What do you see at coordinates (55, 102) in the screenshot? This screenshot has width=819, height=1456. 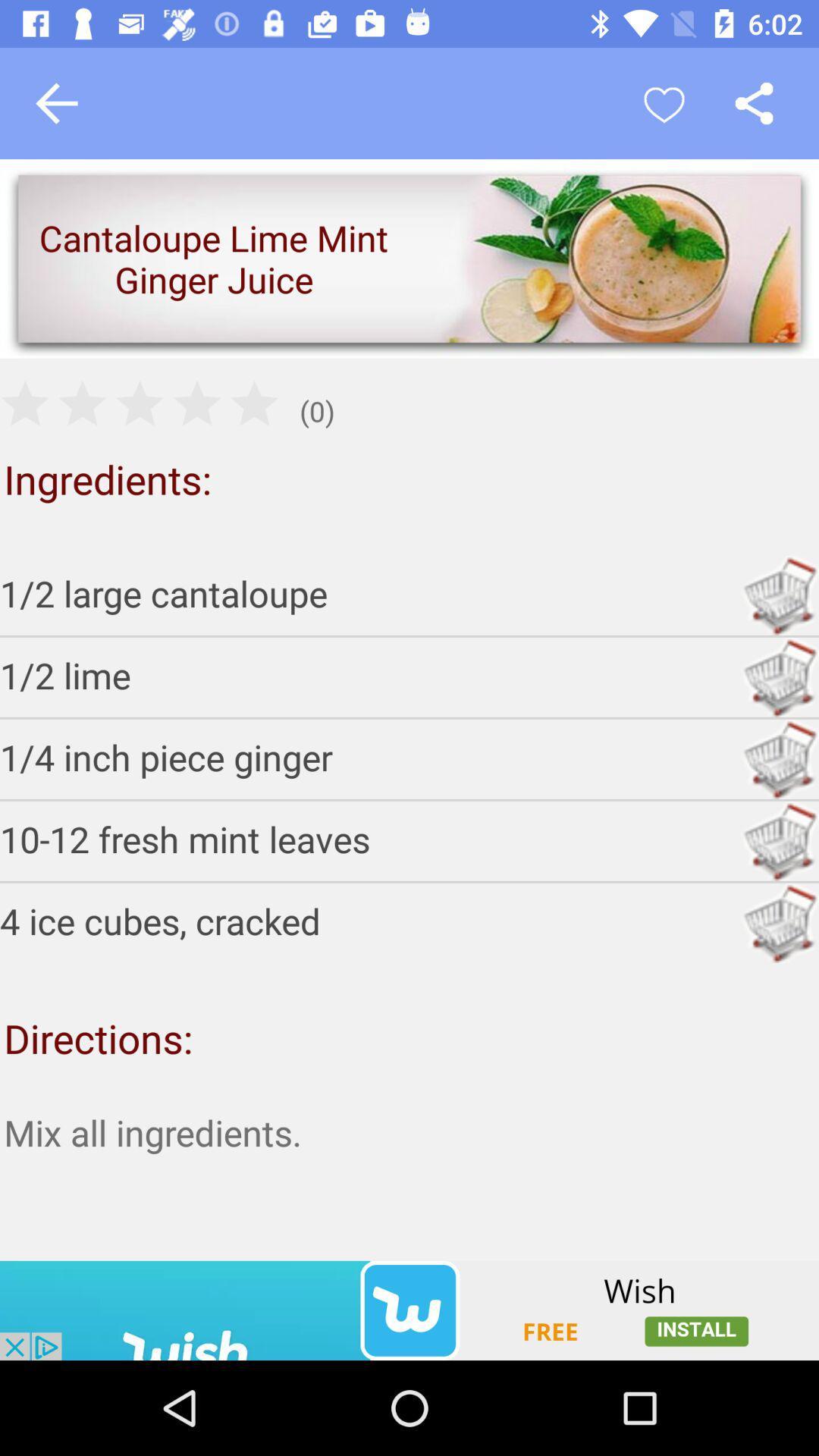 I see `go back` at bounding box center [55, 102].